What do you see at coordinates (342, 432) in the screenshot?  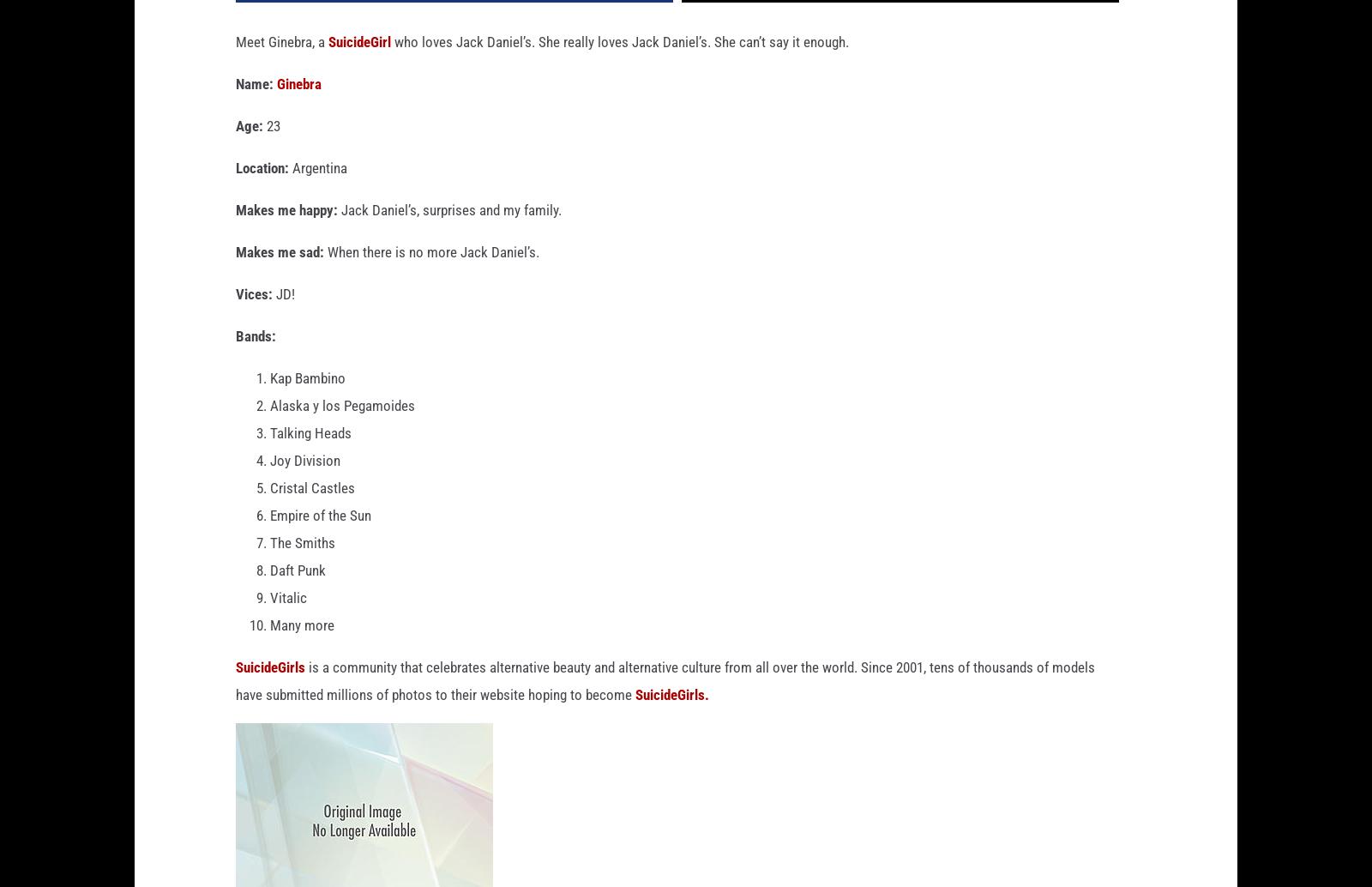 I see `'Alaska y los Pegamoides'` at bounding box center [342, 432].